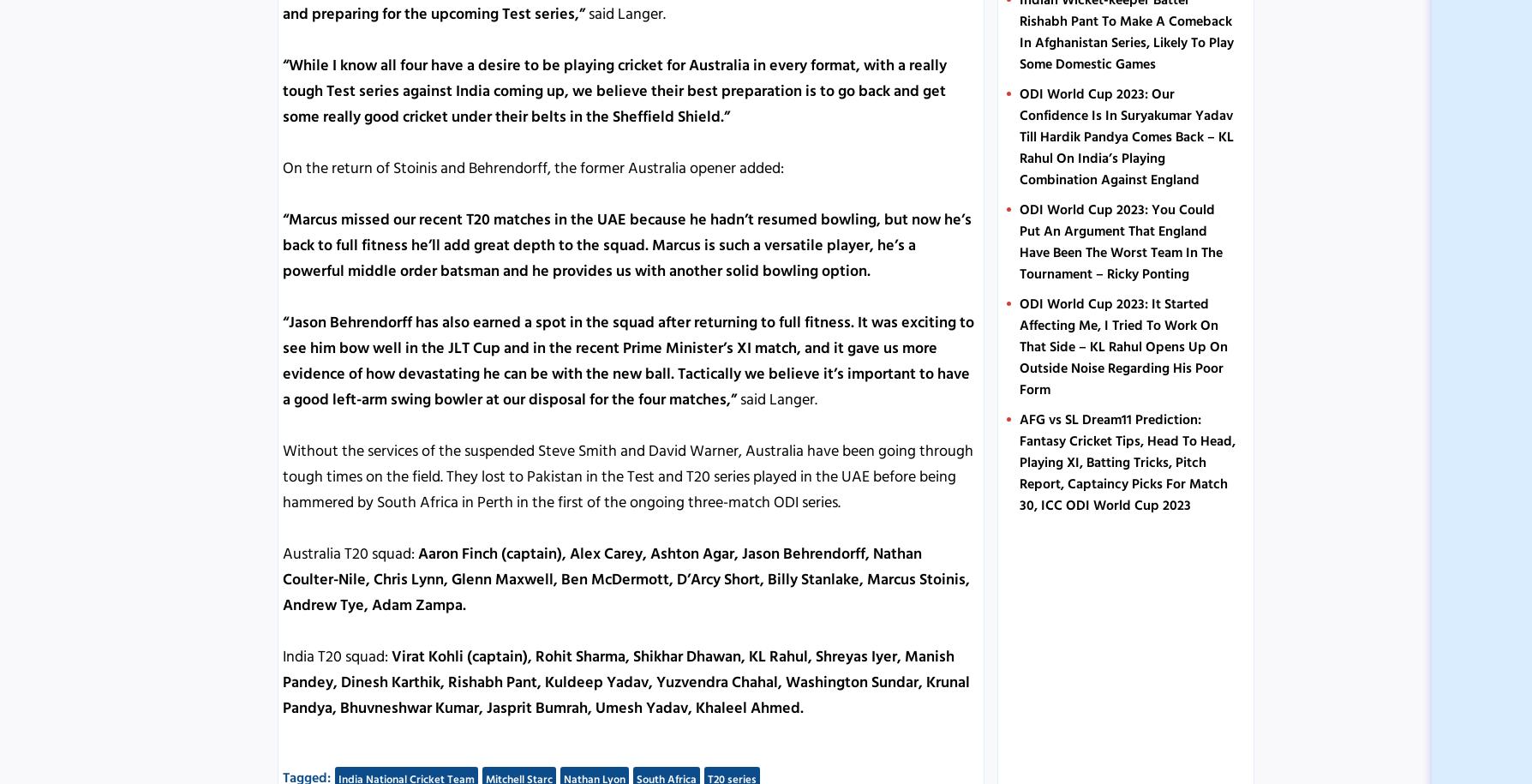 The height and width of the screenshot is (784, 1532). What do you see at coordinates (282, 680) in the screenshot?
I see `'Virat Kohli (captain), Rohit Sharma, Shikhar Dhawan, KL Rahul, Shreyas Iyer, Manish Pandey, Dinesh Karthik, Rishabh Pant, Kuldeep Yadav, Yuzvendra Chahal, Washington Sundar, Krunal Pandya, Bhuvneshwar Kumar, Jasprit Bumrah, Umesh Yadav, Khaleel Ahmed.'` at bounding box center [282, 680].